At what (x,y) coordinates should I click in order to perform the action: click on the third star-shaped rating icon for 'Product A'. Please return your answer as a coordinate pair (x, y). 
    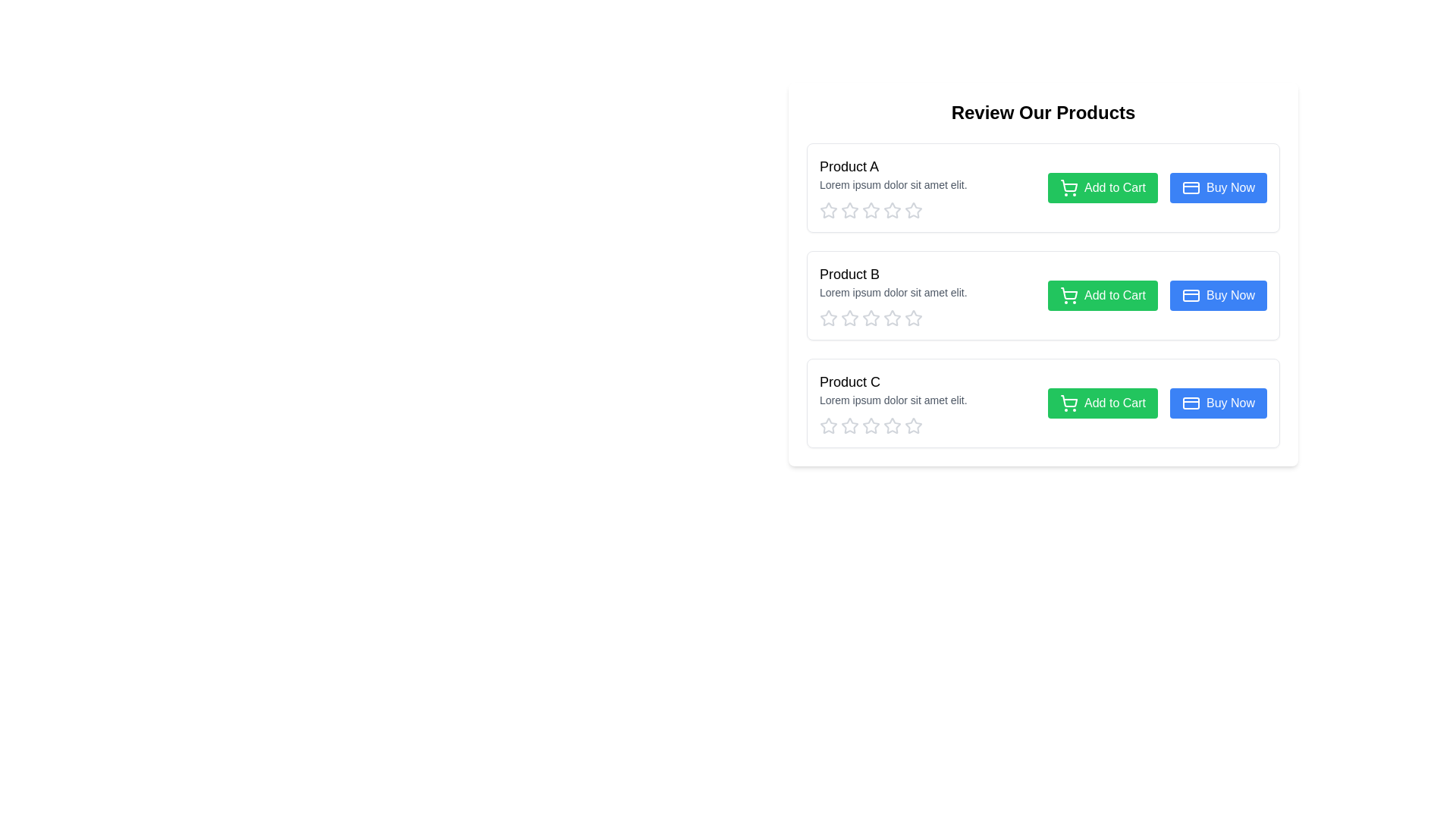
    Looking at the image, I should click on (892, 210).